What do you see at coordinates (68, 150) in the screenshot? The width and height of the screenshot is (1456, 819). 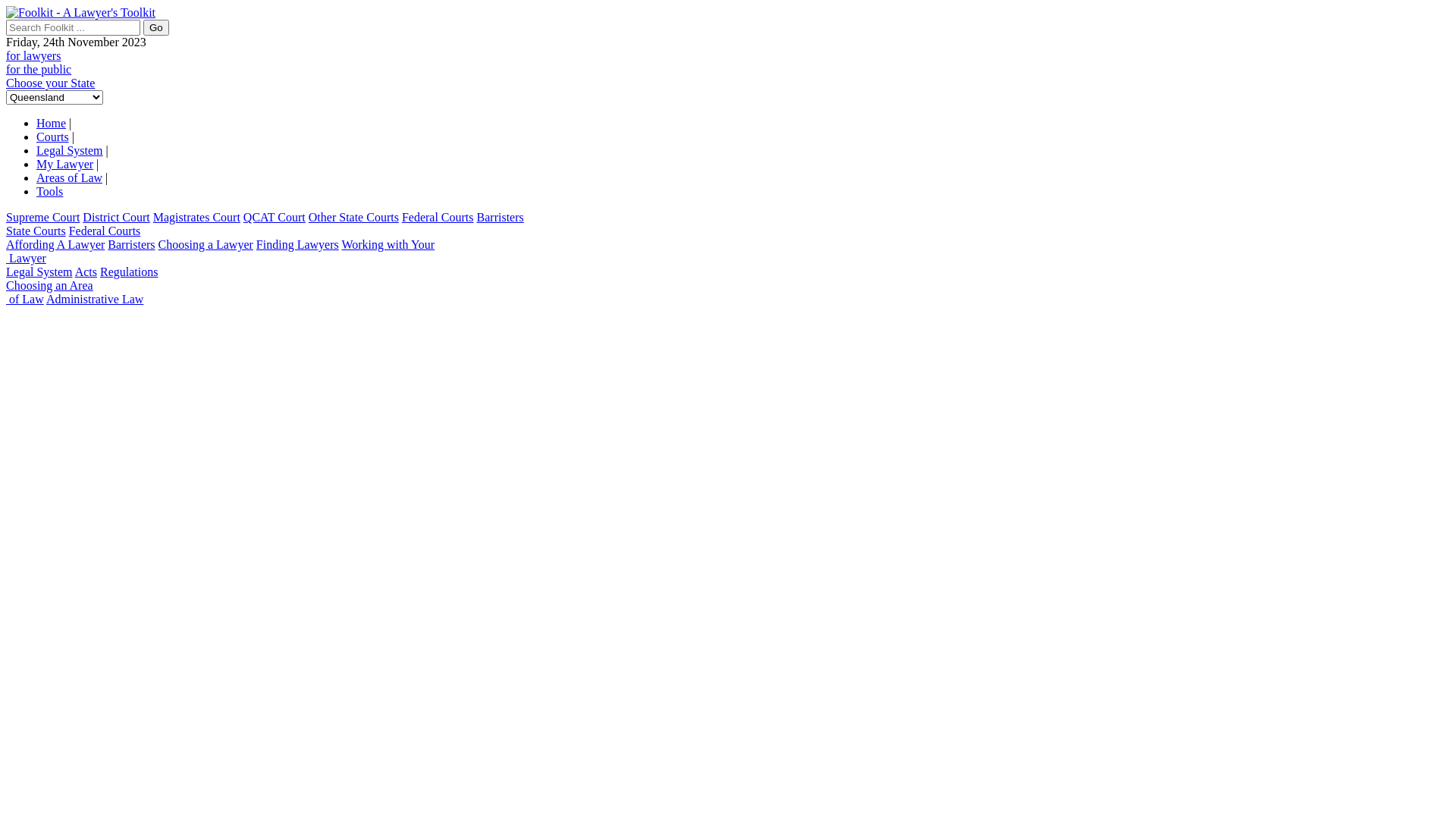 I see `'Legal System'` at bounding box center [68, 150].